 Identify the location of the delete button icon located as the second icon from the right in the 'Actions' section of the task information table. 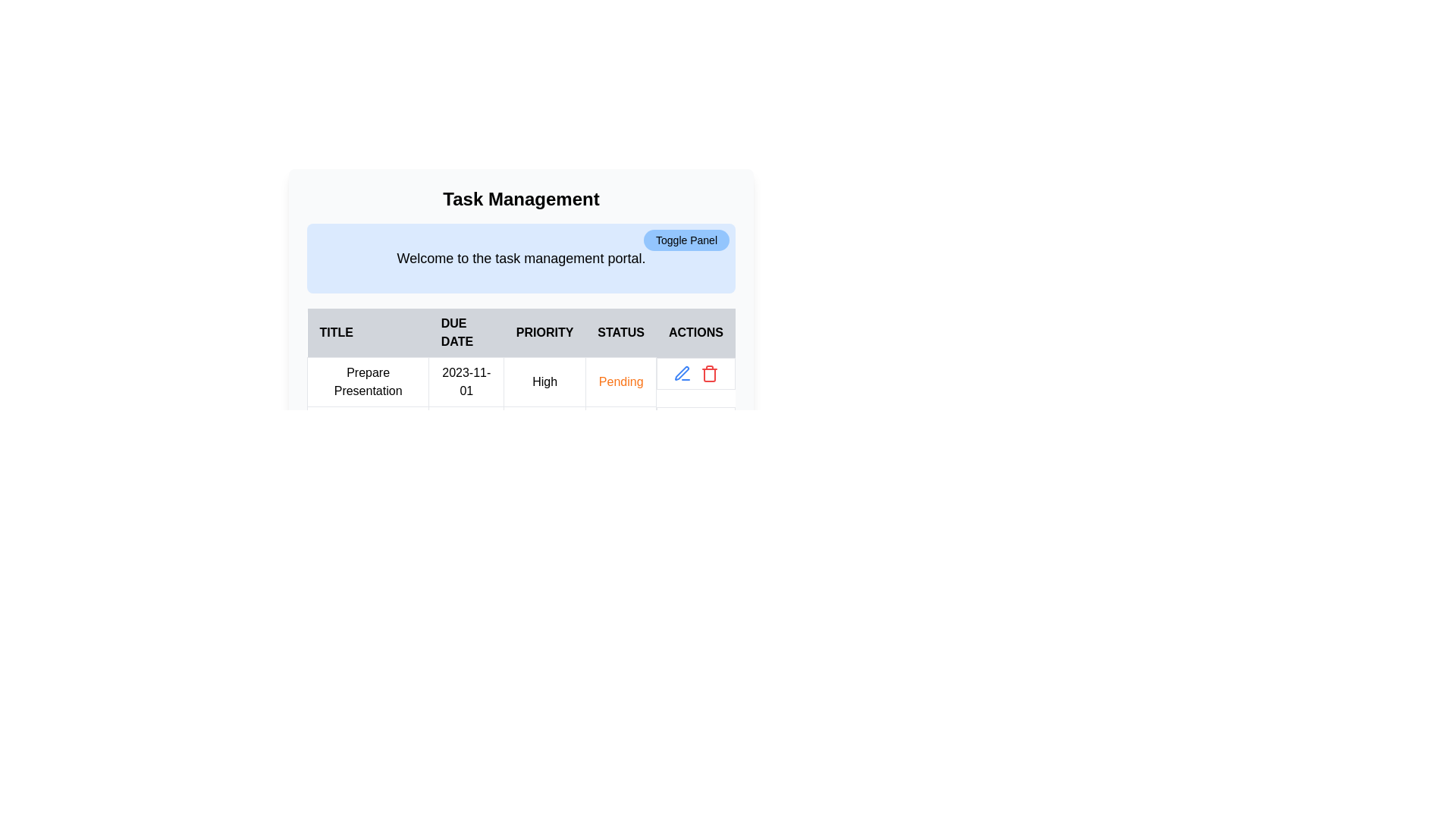
(709, 373).